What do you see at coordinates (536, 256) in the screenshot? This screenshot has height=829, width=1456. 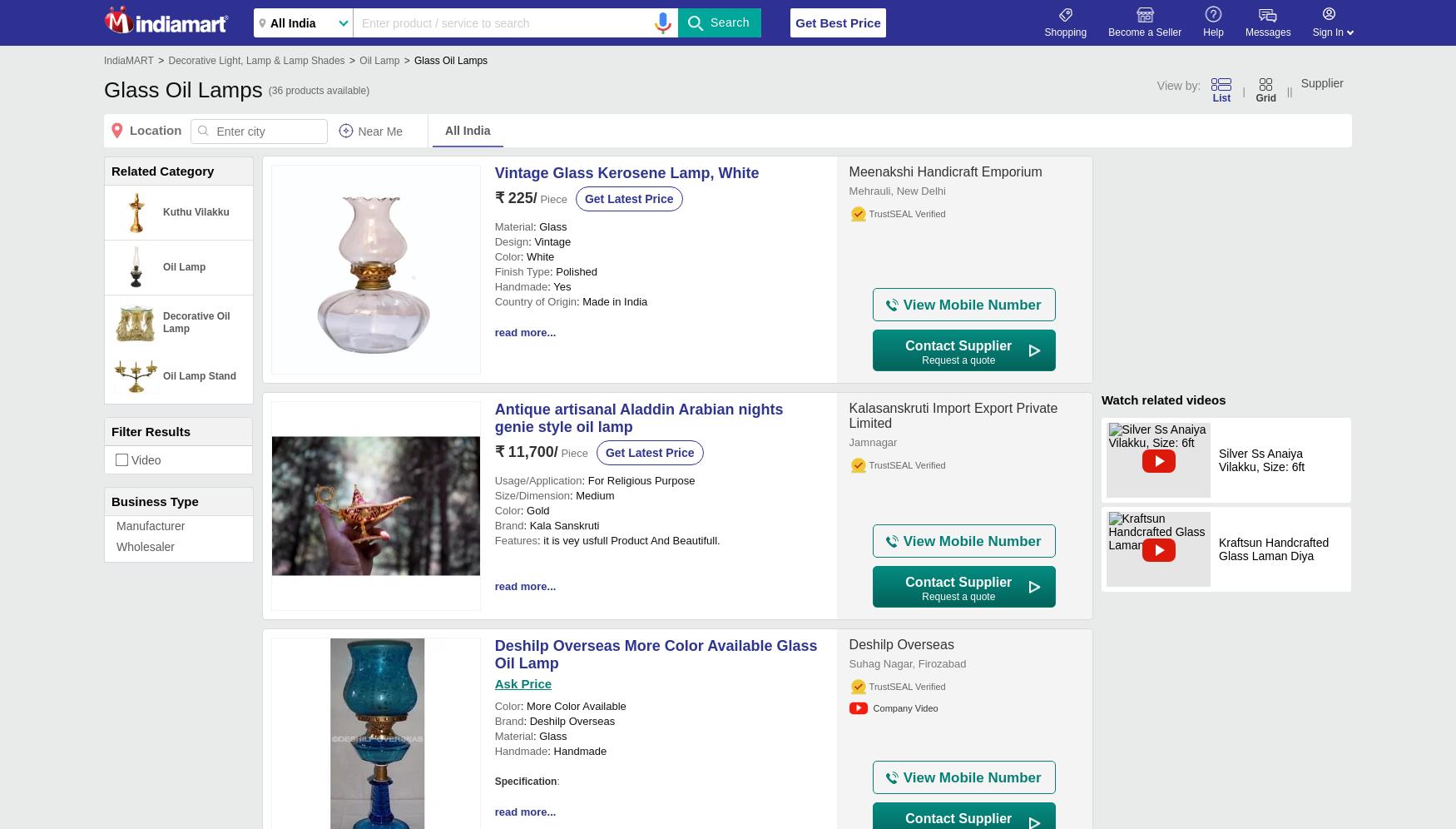 I see `':  White'` at bounding box center [536, 256].